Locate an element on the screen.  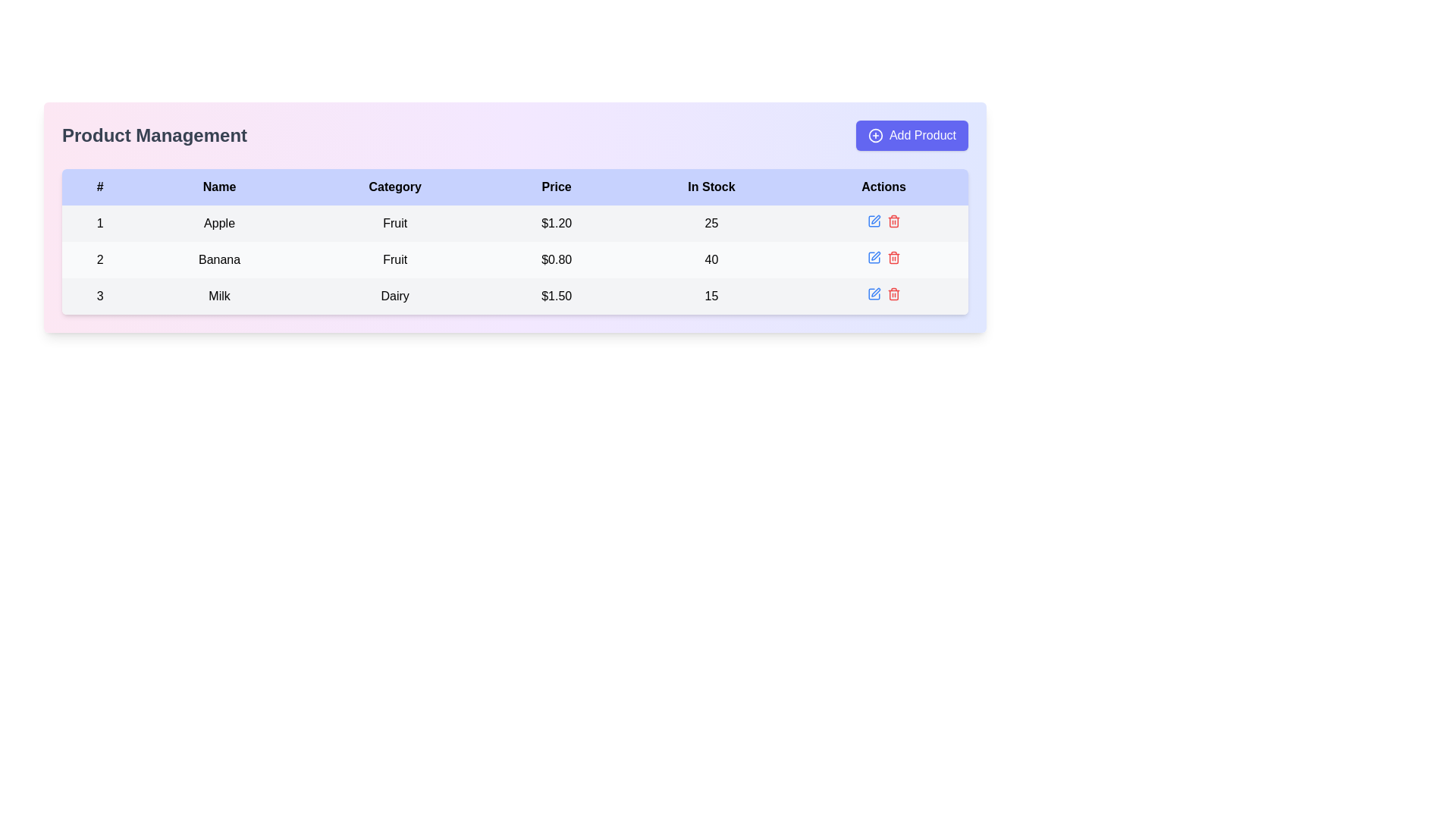
the text label displaying 'Apple' in the second cell of the first row in the table under the 'Name' column is located at coordinates (218, 223).